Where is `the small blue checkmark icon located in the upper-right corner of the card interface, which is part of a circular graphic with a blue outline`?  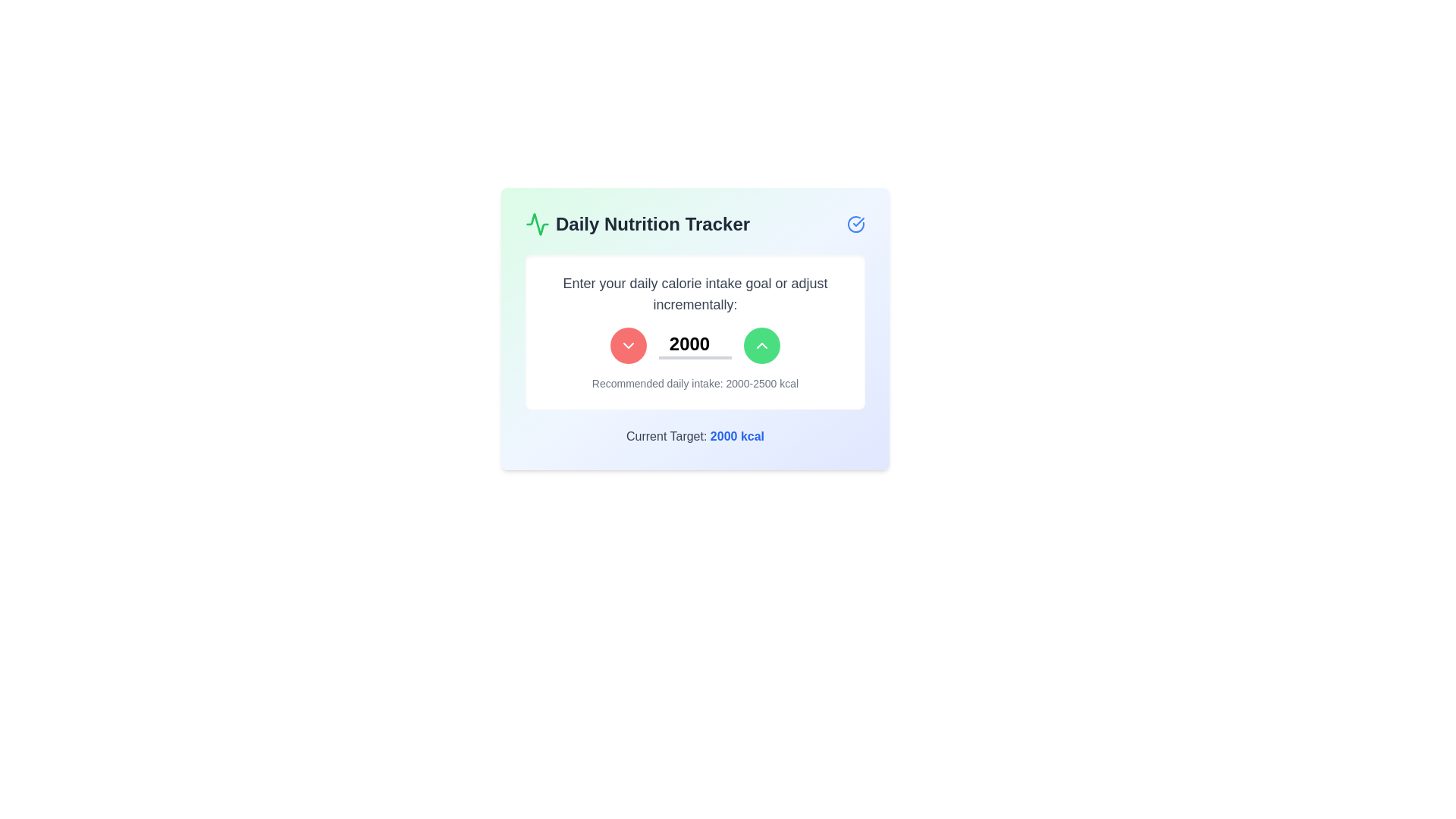 the small blue checkmark icon located in the upper-right corner of the card interface, which is part of a circular graphic with a blue outline is located at coordinates (858, 222).